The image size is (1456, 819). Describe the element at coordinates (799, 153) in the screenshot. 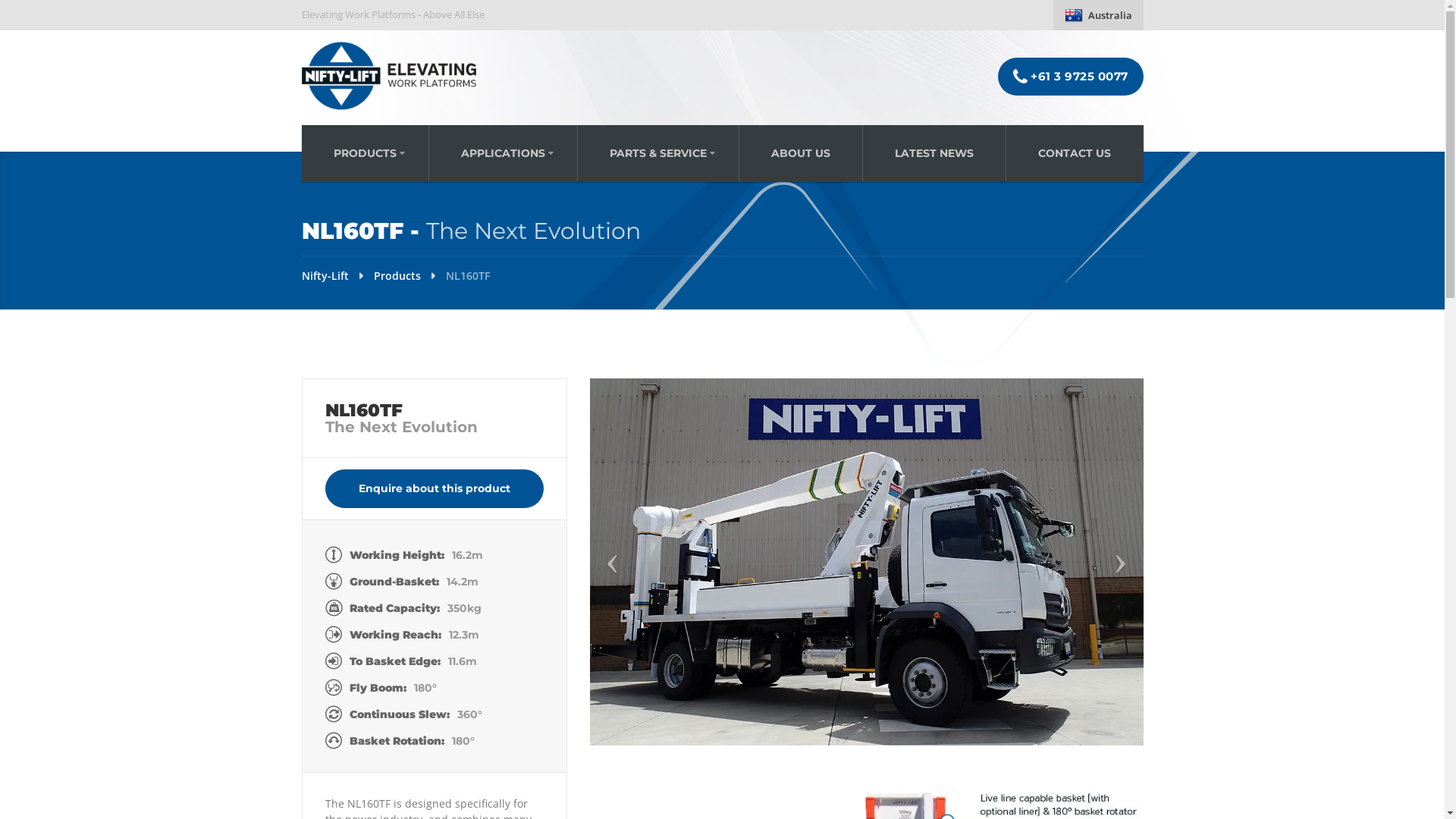

I see `'ABOUT US'` at that location.